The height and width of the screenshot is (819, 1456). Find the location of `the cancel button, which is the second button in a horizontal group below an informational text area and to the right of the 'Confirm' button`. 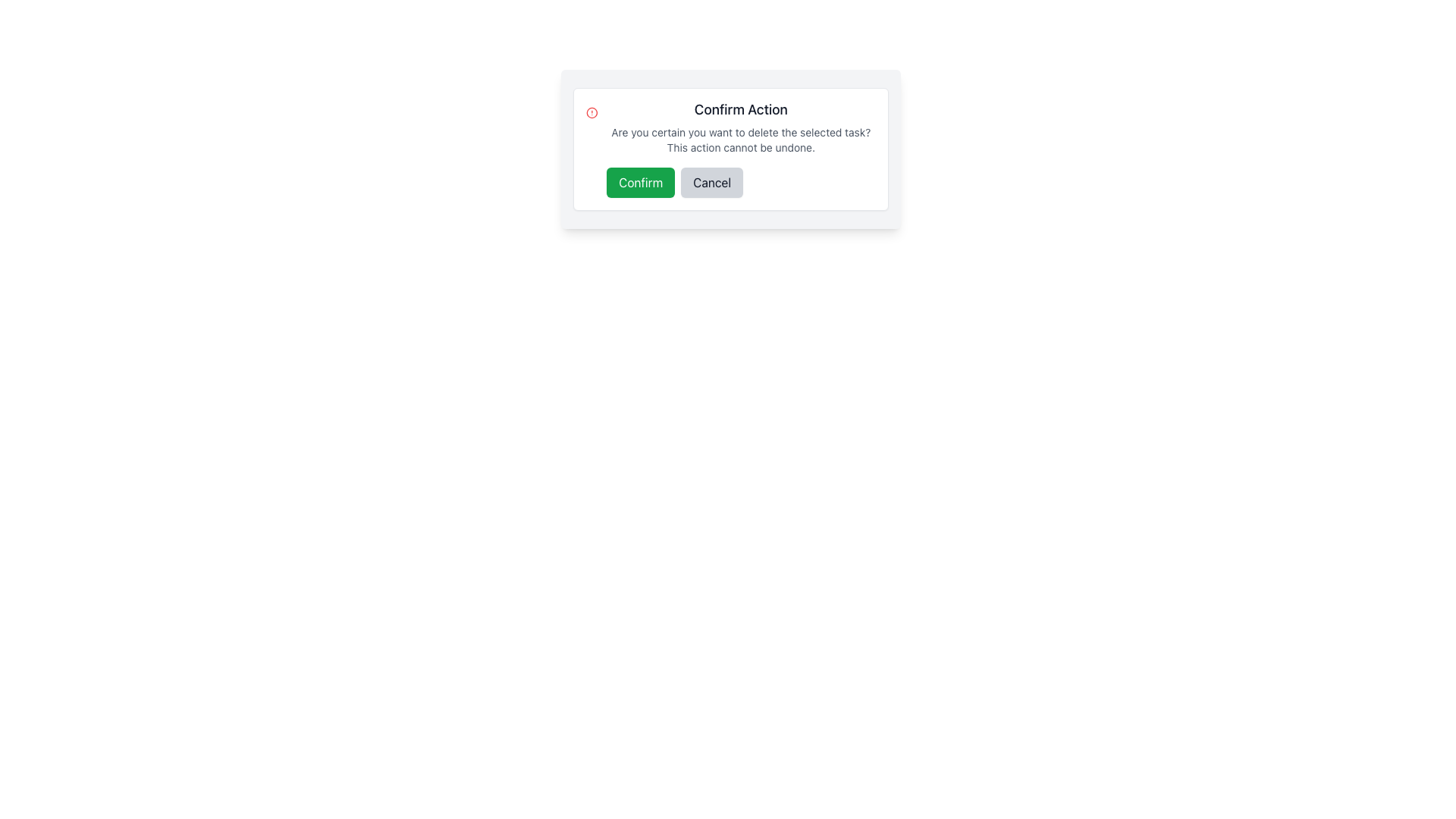

the cancel button, which is the second button in a horizontal group below an informational text area and to the right of the 'Confirm' button is located at coordinates (711, 181).